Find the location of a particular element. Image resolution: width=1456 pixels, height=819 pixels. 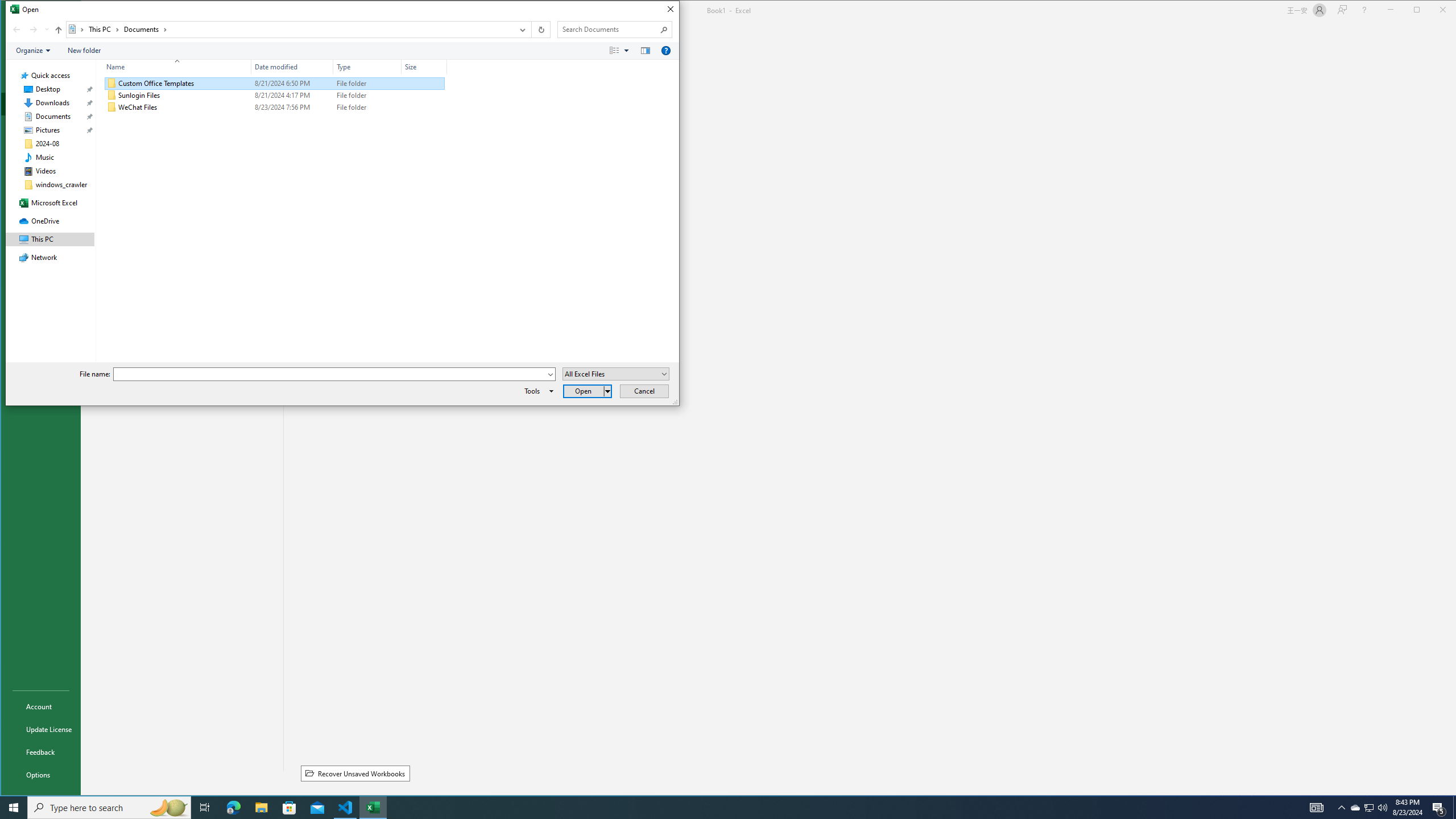

'Address: Documents' is located at coordinates (289, 29).